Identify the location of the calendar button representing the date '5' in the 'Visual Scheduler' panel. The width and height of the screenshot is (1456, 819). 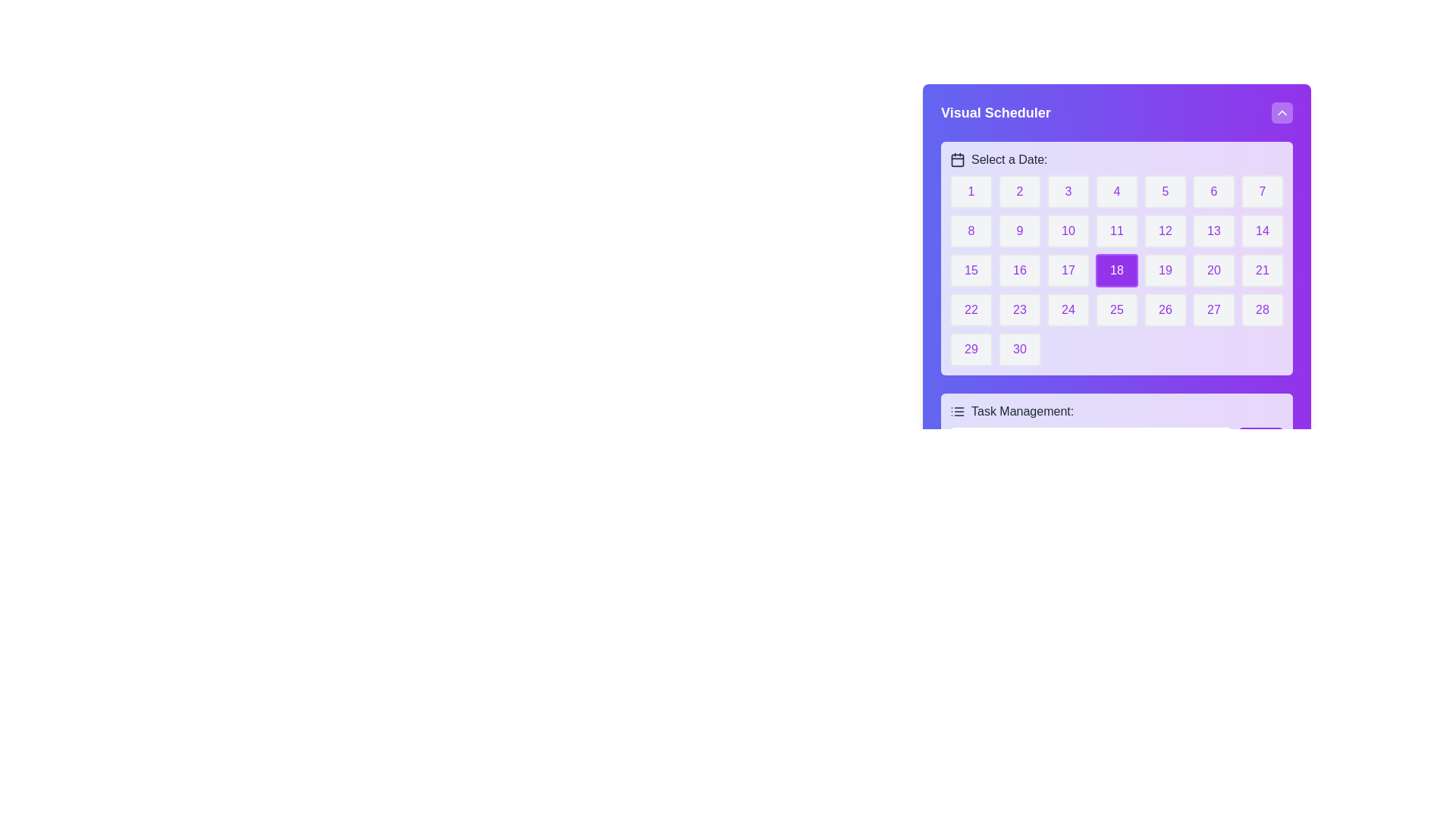
(1164, 191).